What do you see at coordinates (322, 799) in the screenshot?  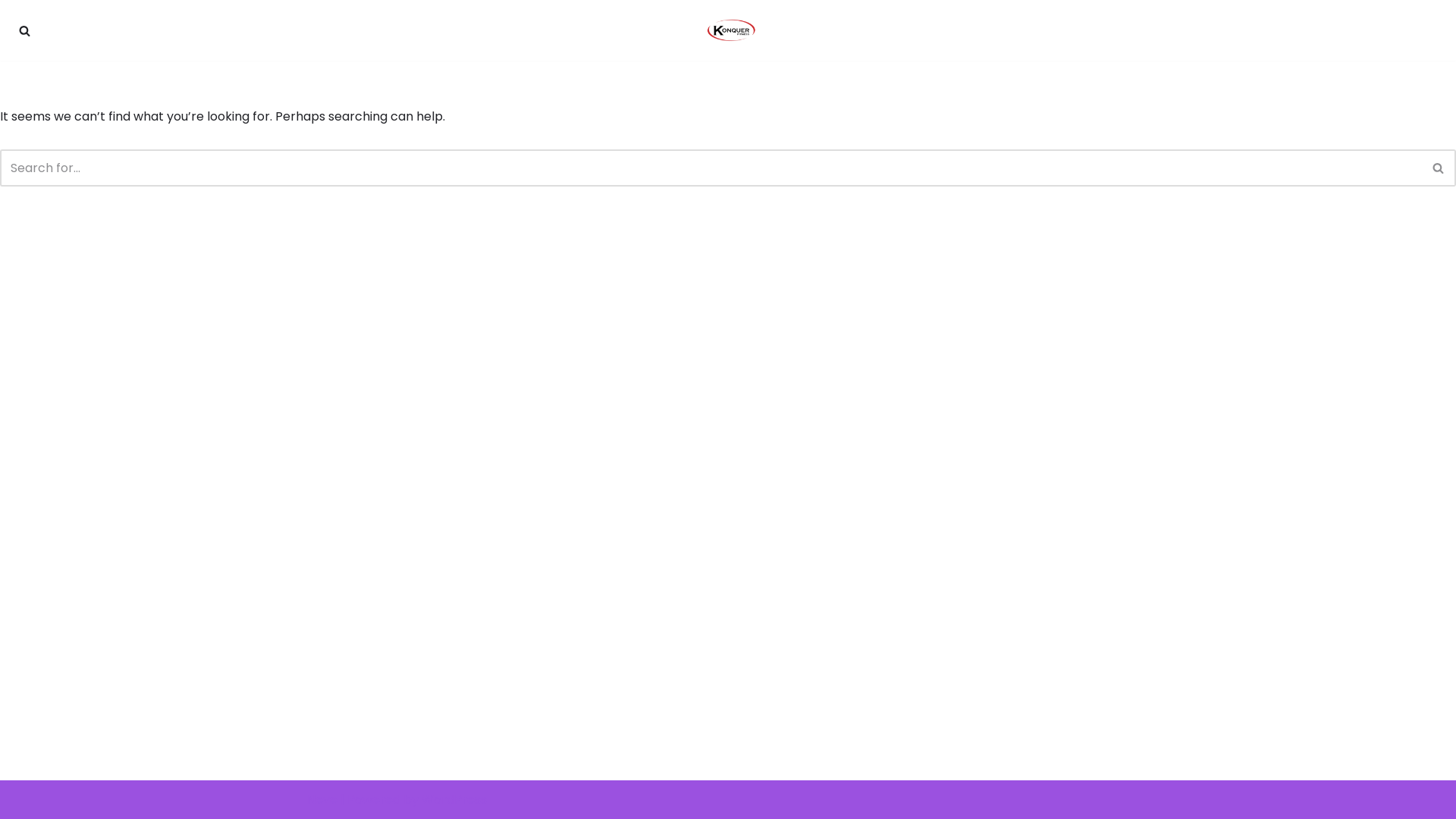 I see `'Neve'` at bounding box center [322, 799].